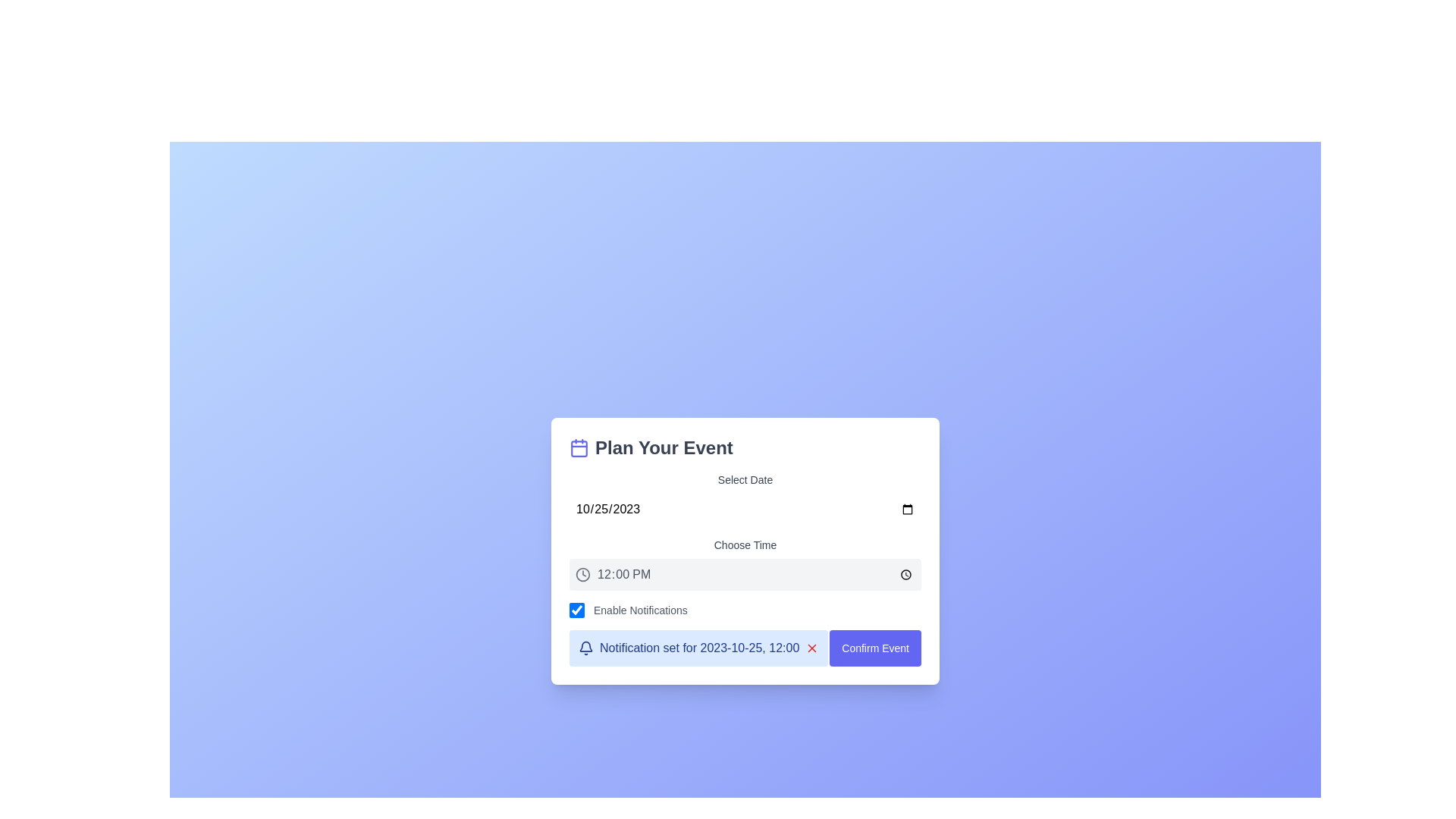 The image size is (1456, 819). What do you see at coordinates (745, 499) in the screenshot?
I see `the 'Select Date' input field to enable editing of the date` at bounding box center [745, 499].